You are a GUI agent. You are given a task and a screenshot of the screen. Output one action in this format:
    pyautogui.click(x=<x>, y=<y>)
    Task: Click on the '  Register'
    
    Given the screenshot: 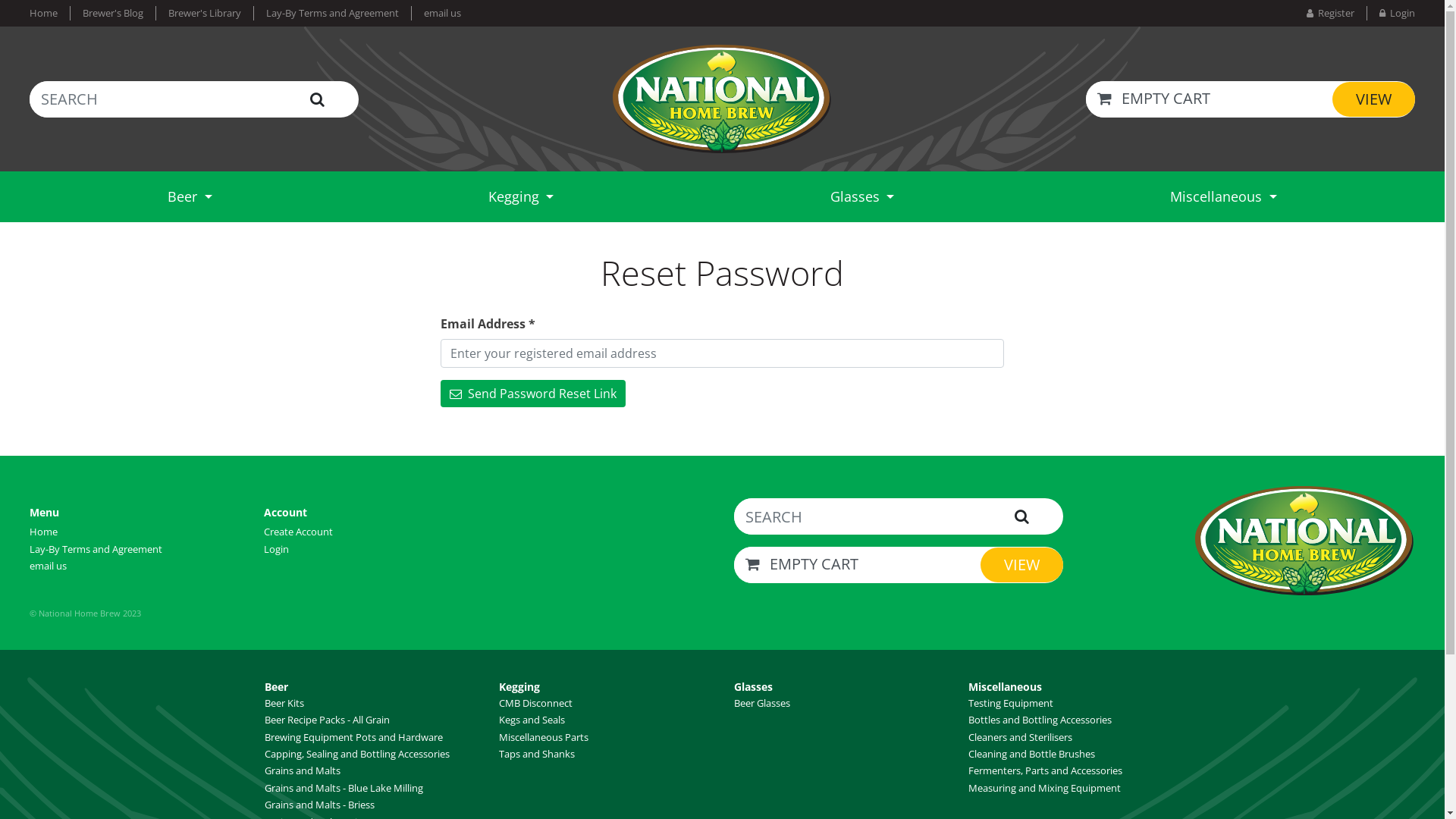 What is the action you would take?
    pyautogui.click(x=1336, y=13)
    